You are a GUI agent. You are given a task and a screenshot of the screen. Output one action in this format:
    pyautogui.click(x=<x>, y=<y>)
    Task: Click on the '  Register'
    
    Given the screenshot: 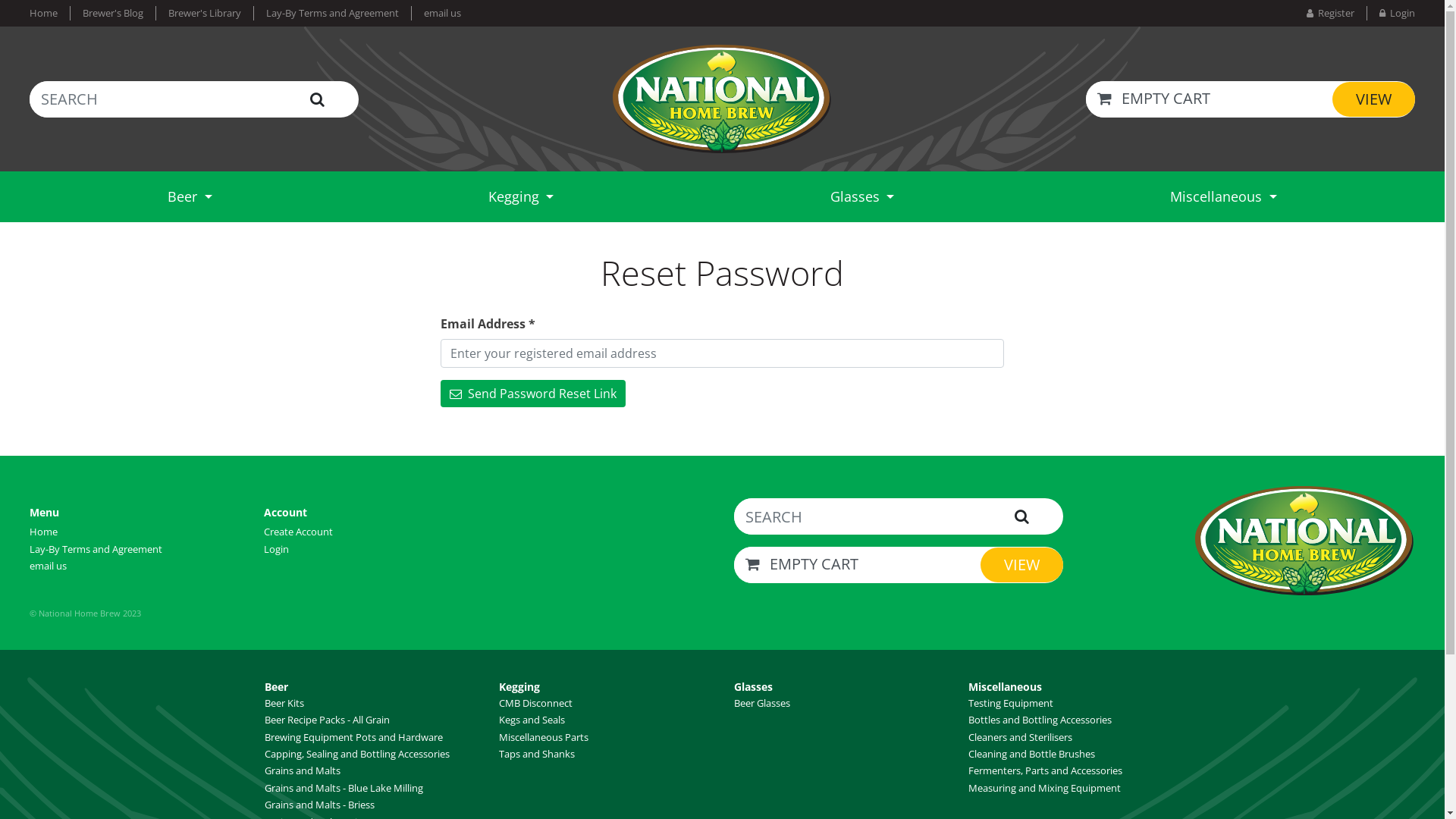 What is the action you would take?
    pyautogui.click(x=1336, y=13)
    